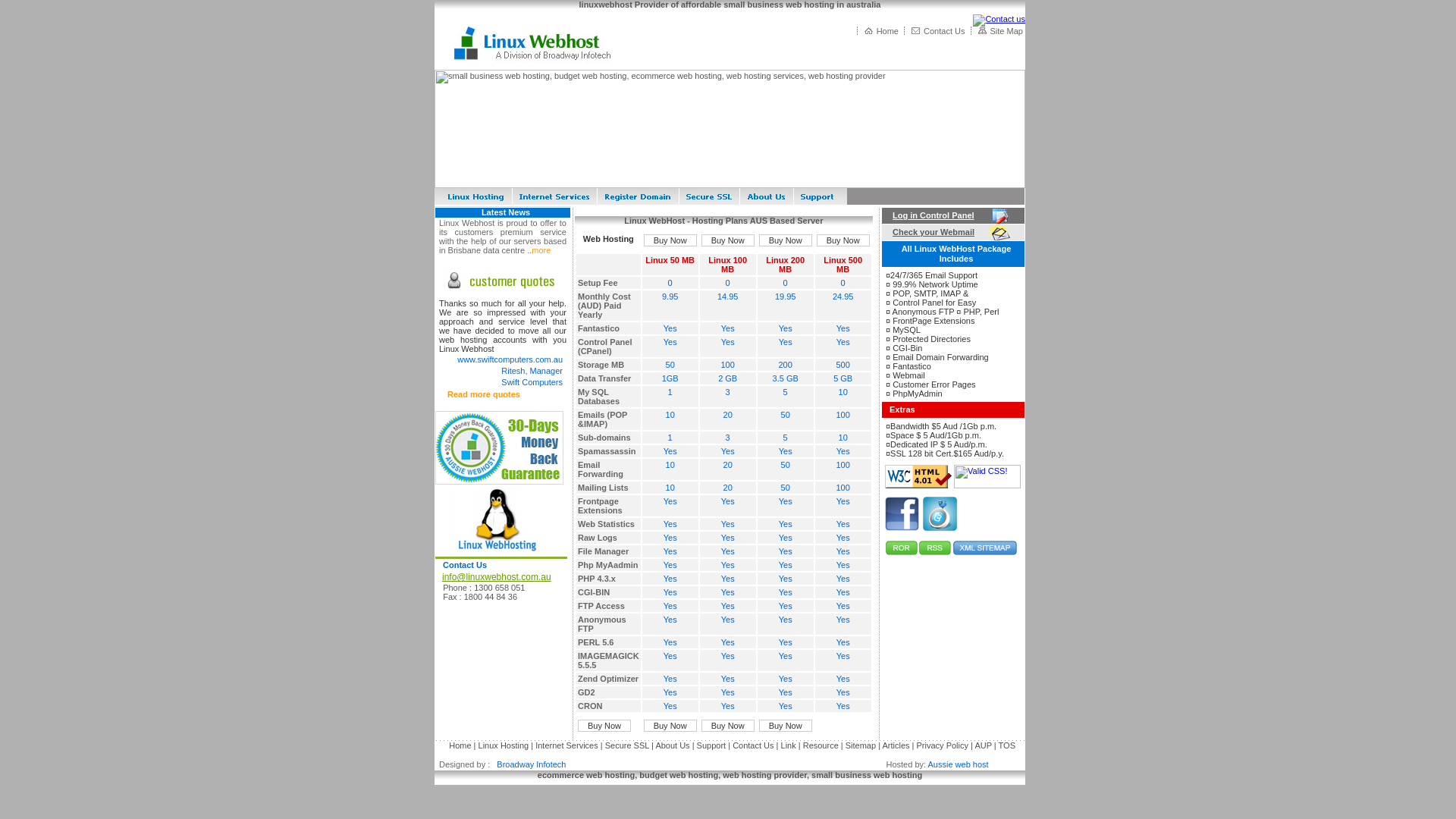  Describe the element at coordinates (821, 745) in the screenshot. I see `'Resource'` at that location.